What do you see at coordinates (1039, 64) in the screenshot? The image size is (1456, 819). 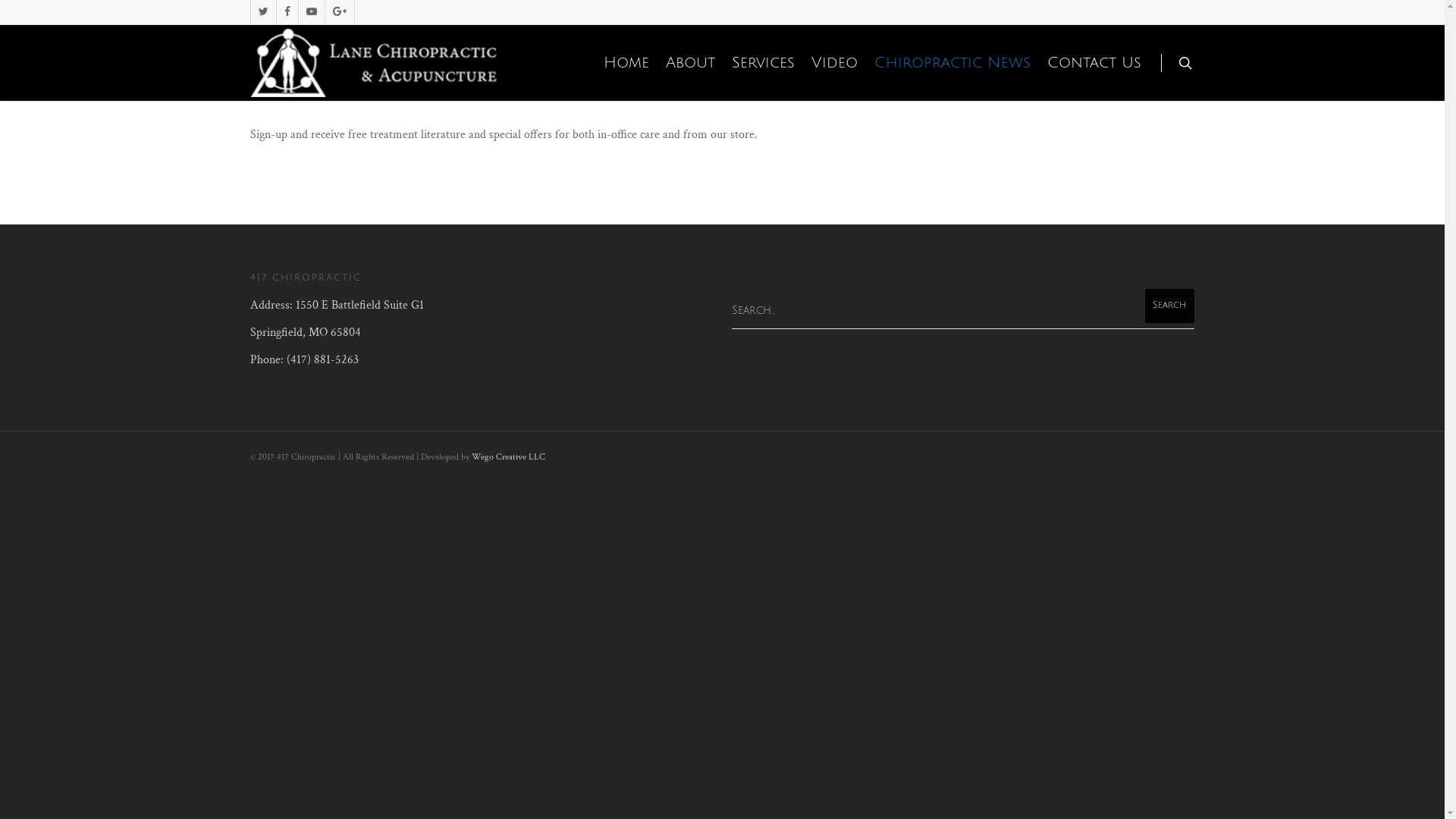 I see `'Contact Us'` at bounding box center [1039, 64].